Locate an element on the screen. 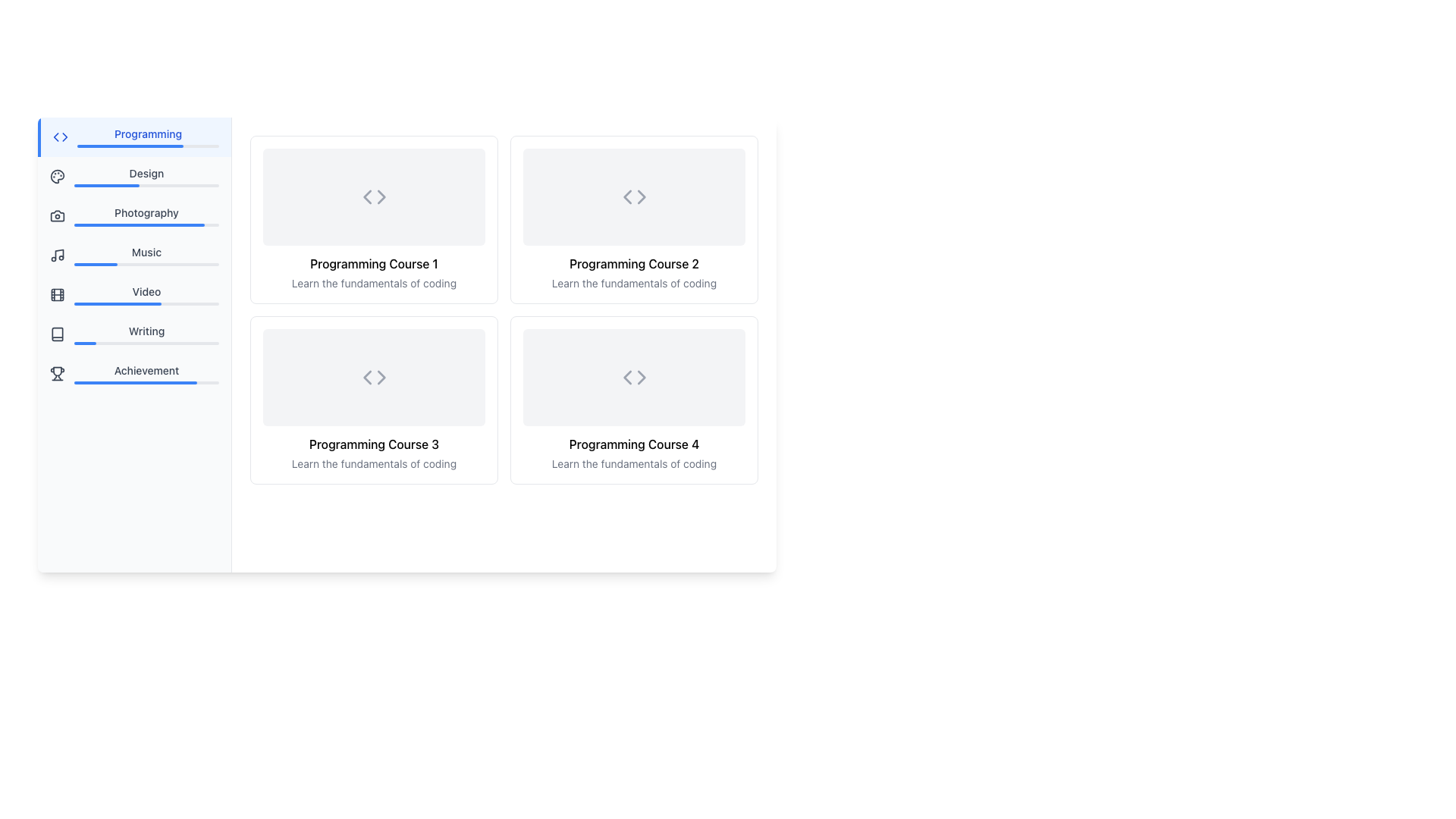 This screenshot has width=1456, height=819. the coding icon that represents the 'Programming Course 2' in the top-right card of the 2x2 grid layout is located at coordinates (634, 196).